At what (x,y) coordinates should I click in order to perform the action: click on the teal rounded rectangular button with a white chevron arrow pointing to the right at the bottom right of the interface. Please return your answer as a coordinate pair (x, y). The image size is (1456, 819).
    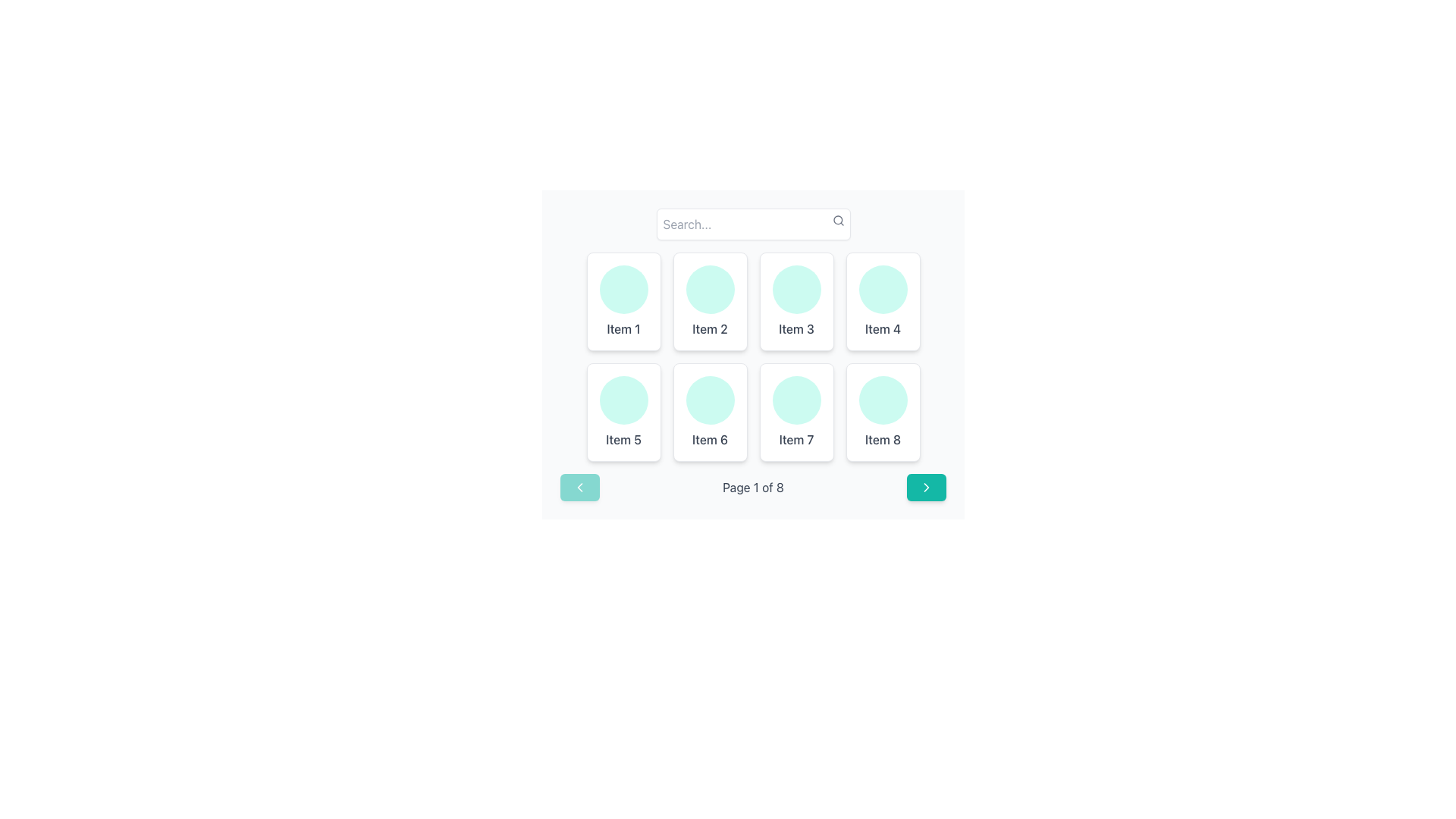
    Looking at the image, I should click on (926, 488).